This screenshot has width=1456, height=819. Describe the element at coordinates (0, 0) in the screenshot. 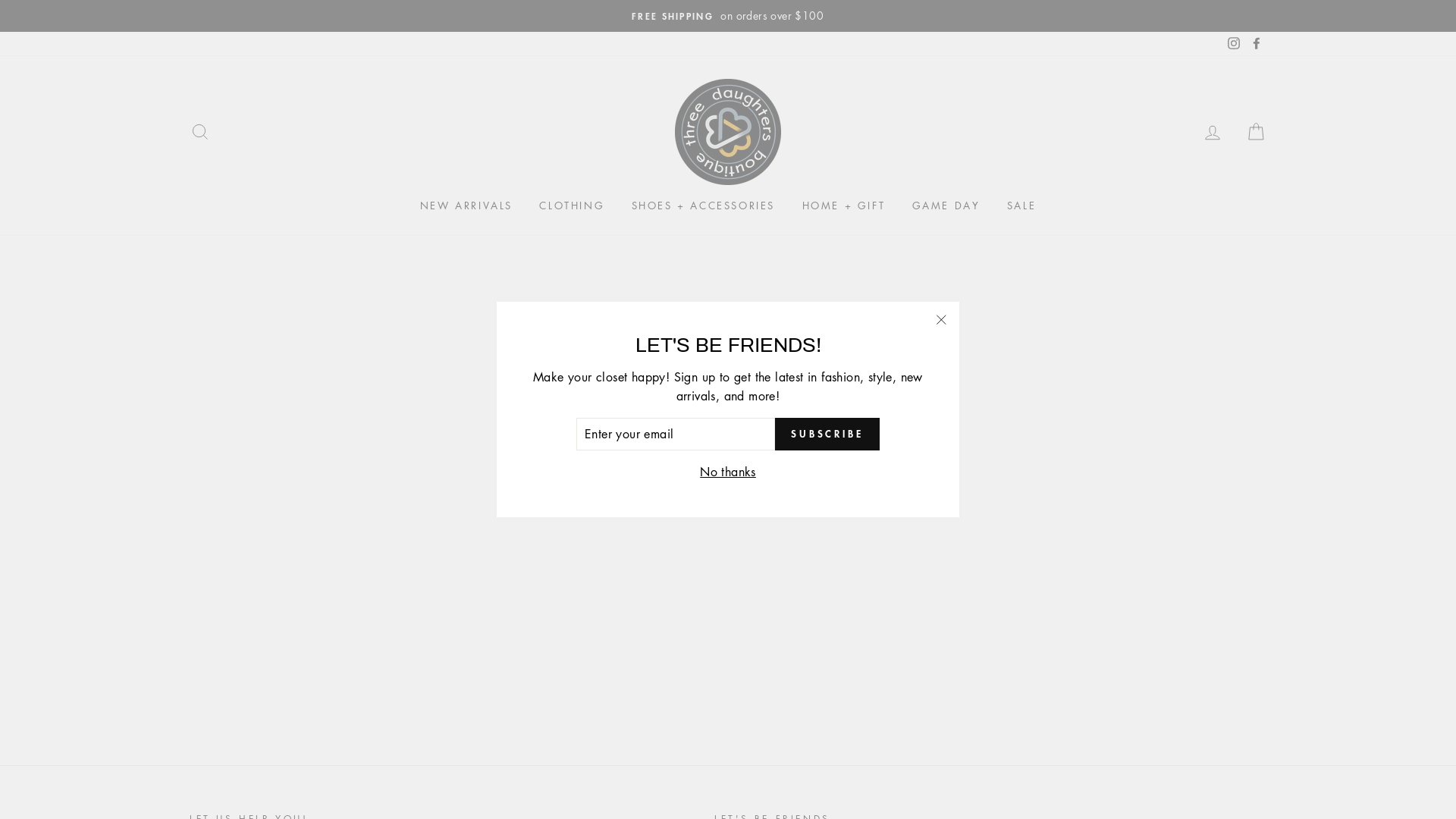

I see `'Skip to content'` at that location.